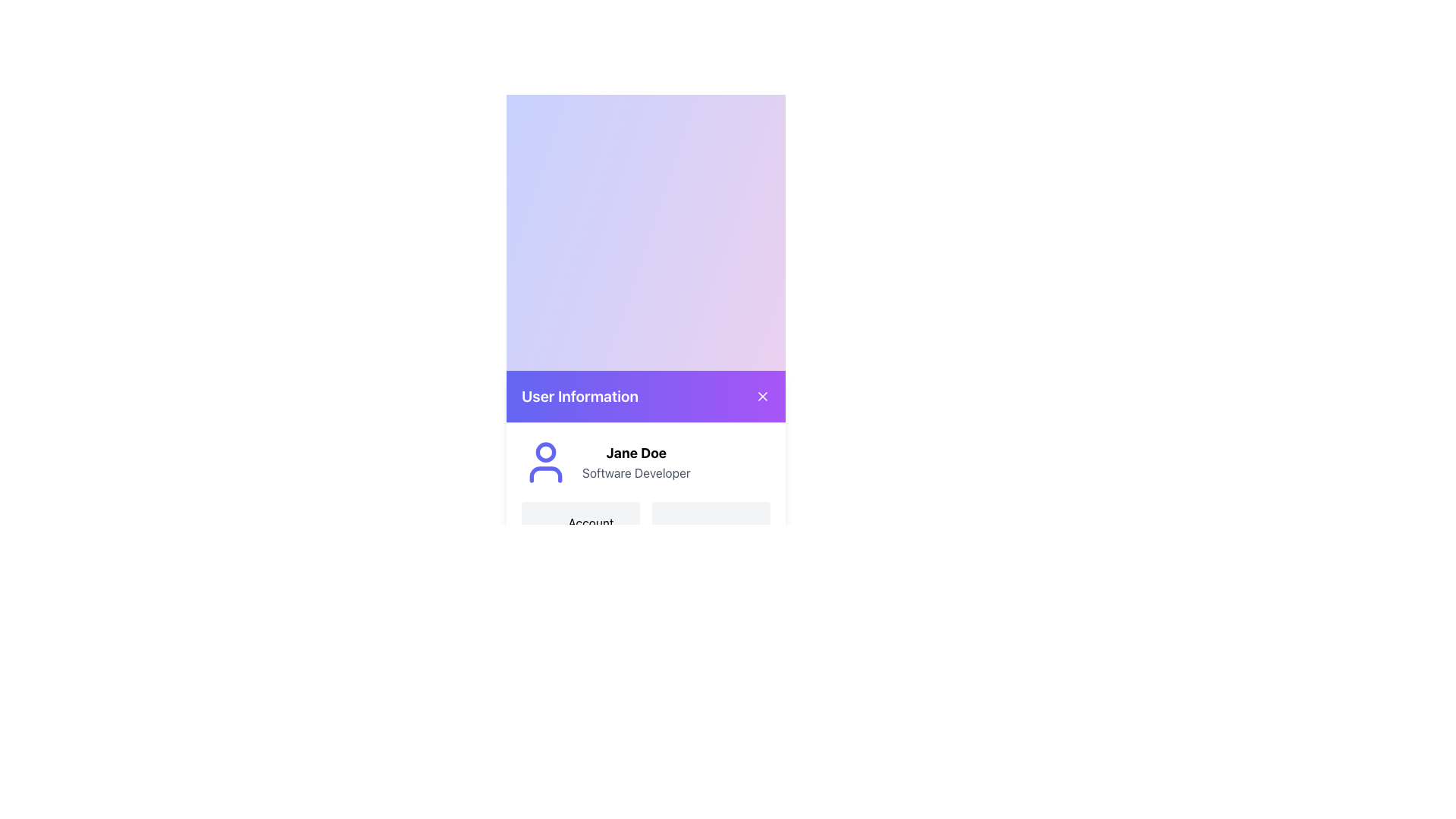 This screenshot has width=1456, height=819. Describe the element at coordinates (580, 531) in the screenshot. I see `the account settings button located below the user's profile information` at that location.